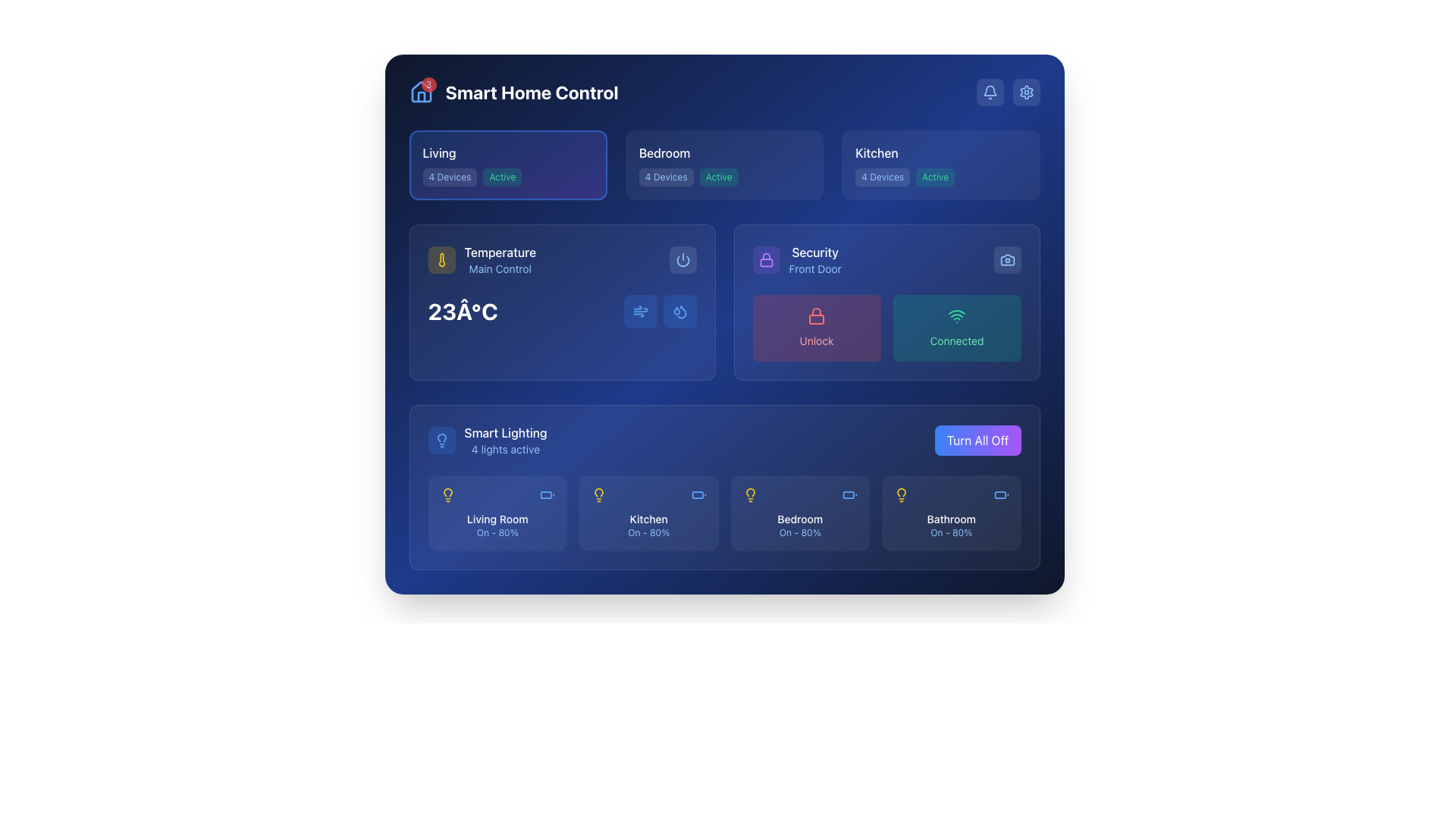  What do you see at coordinates (815, 315) in the screenshot?
I see `the security icon that visually represents a locked state, located above the 'Unlock' button within the 'Security' card` at bounding box center [815, 315].